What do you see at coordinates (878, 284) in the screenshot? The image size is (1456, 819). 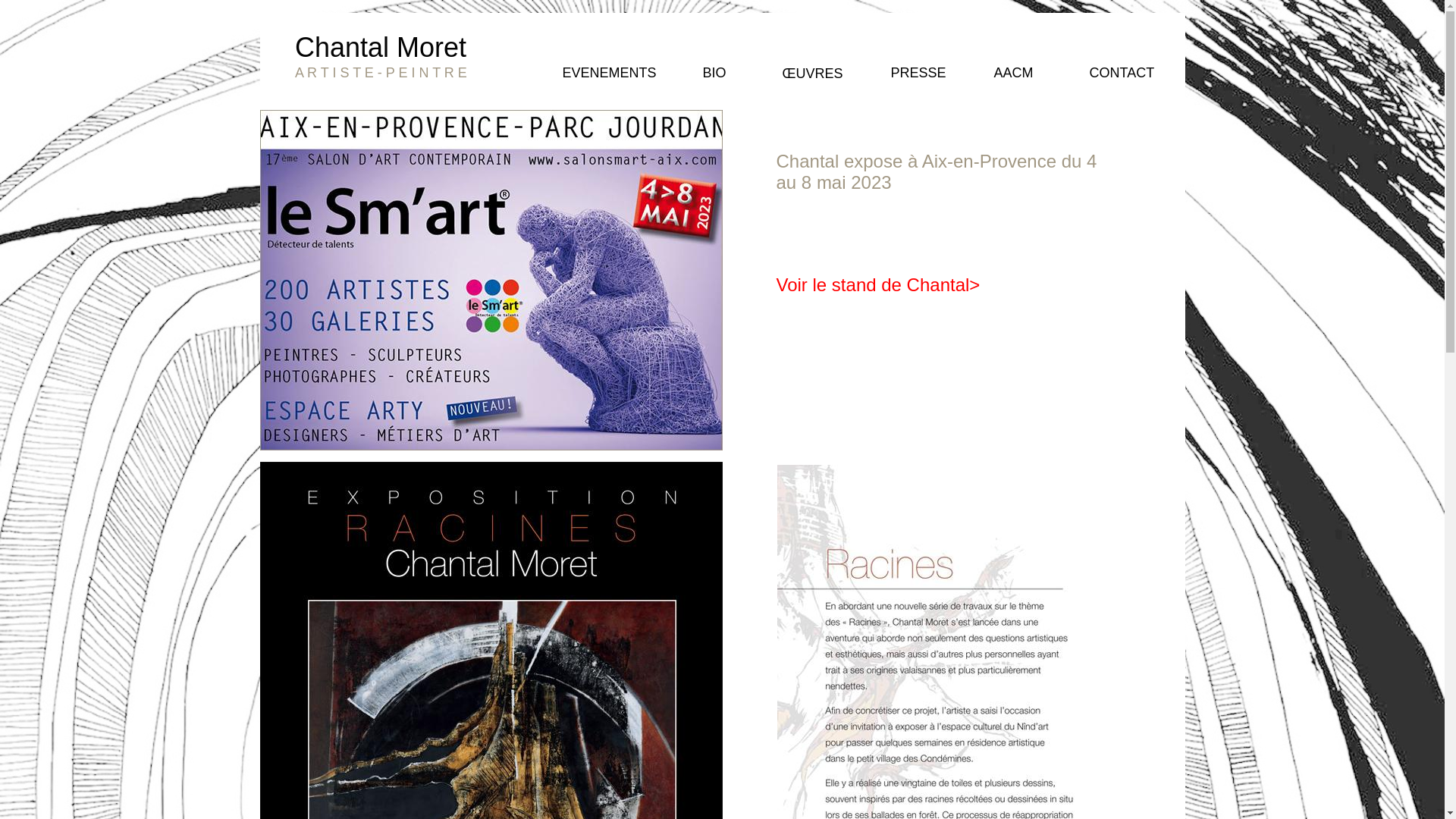 I see `'Voir le stand de Chantal>'` at bounding box center [878, 284].